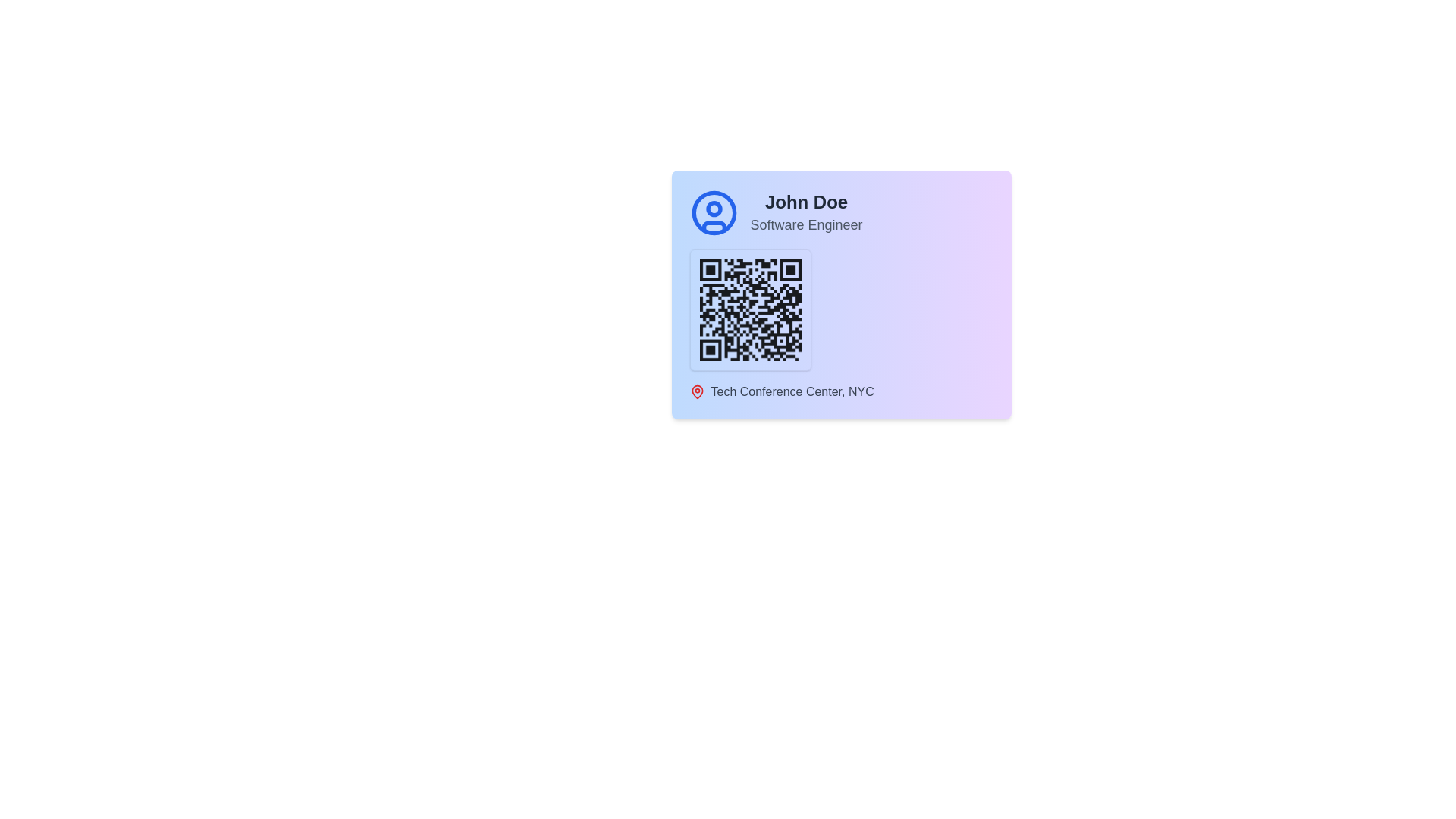  Describe the element at coordinates (805, 225) in the screenshot. I see `the text label reading 'Software Engineer', which is a light gray colored label positioned below 'John Doe'` at that location.